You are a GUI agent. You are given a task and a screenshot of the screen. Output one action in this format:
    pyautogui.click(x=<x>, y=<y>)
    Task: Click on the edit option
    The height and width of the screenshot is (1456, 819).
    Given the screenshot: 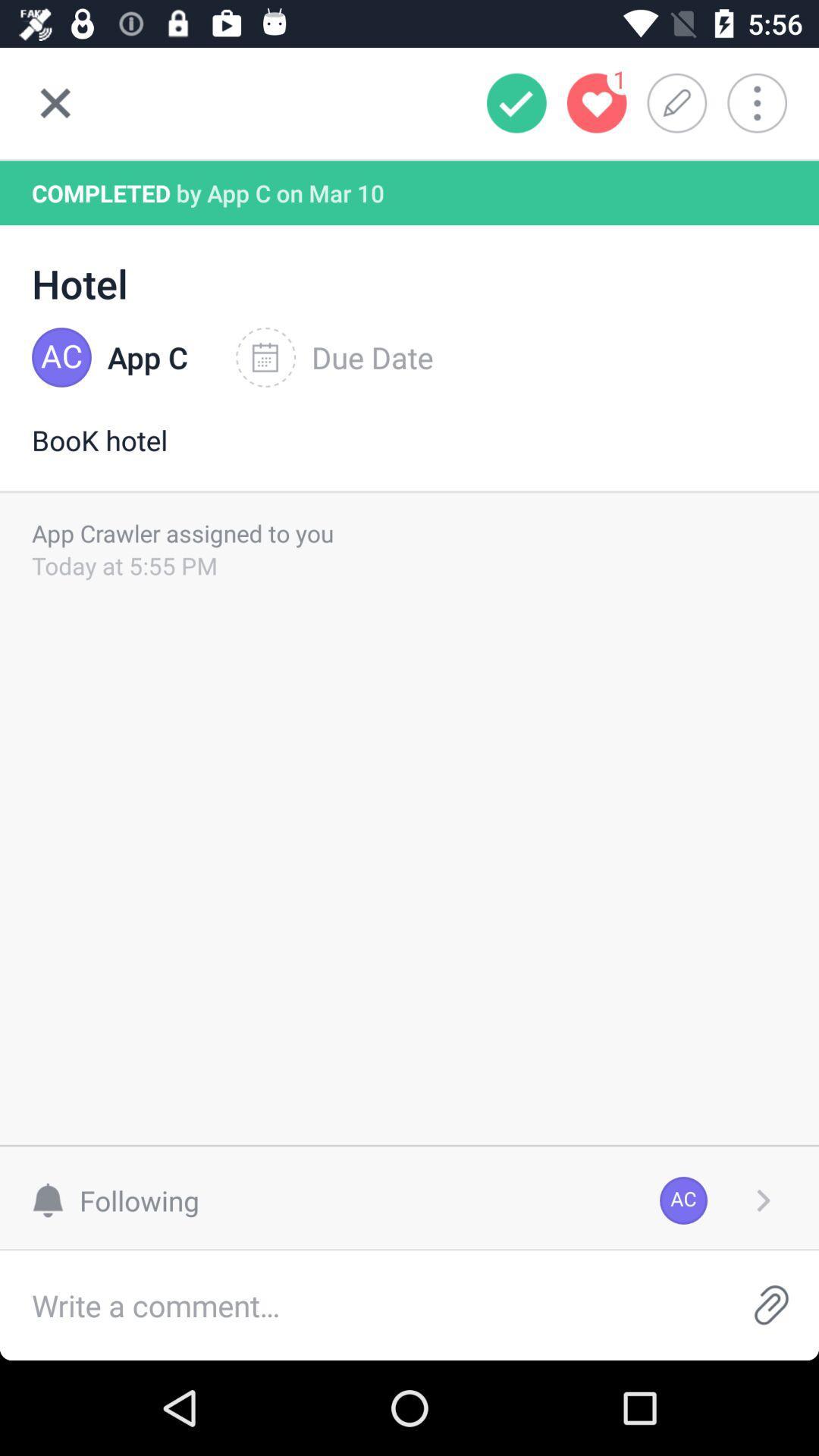 What is the action you would take?
    pyautogui.click(x=681, y=102)
    